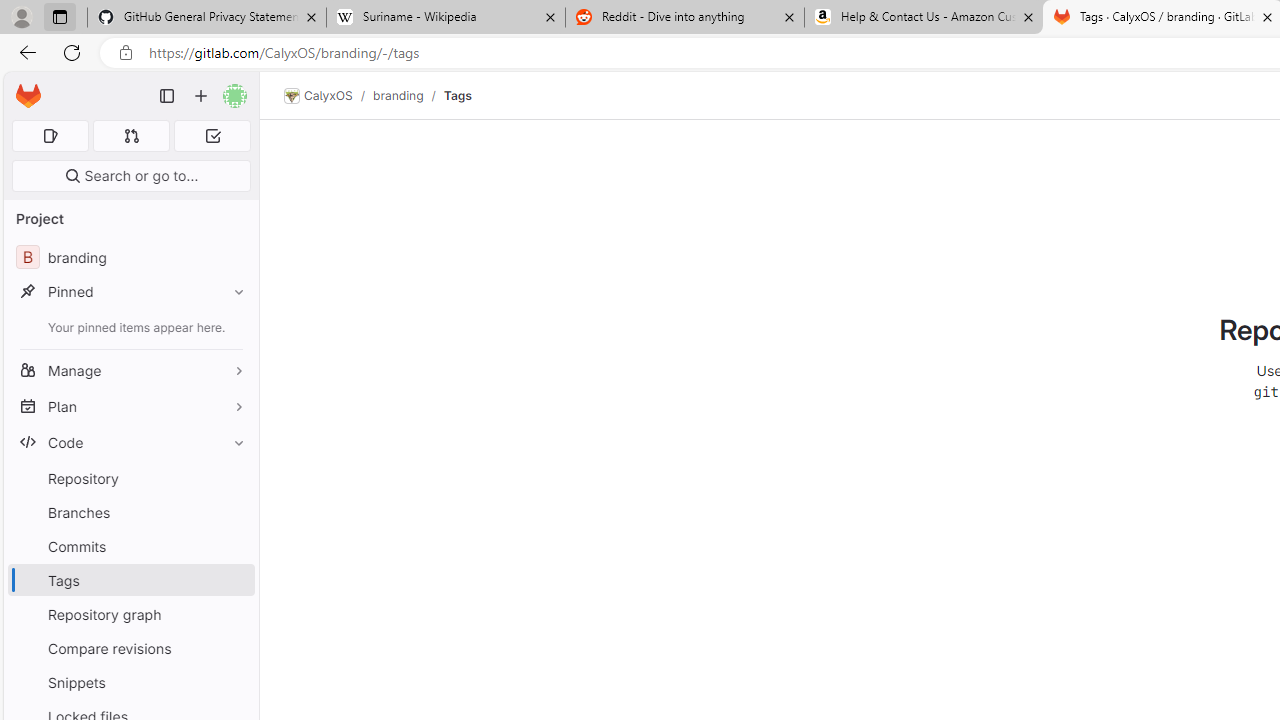 The height and width of the screenshot is (720, 1280). I want to click on 'Snippets', so click(130, 681).